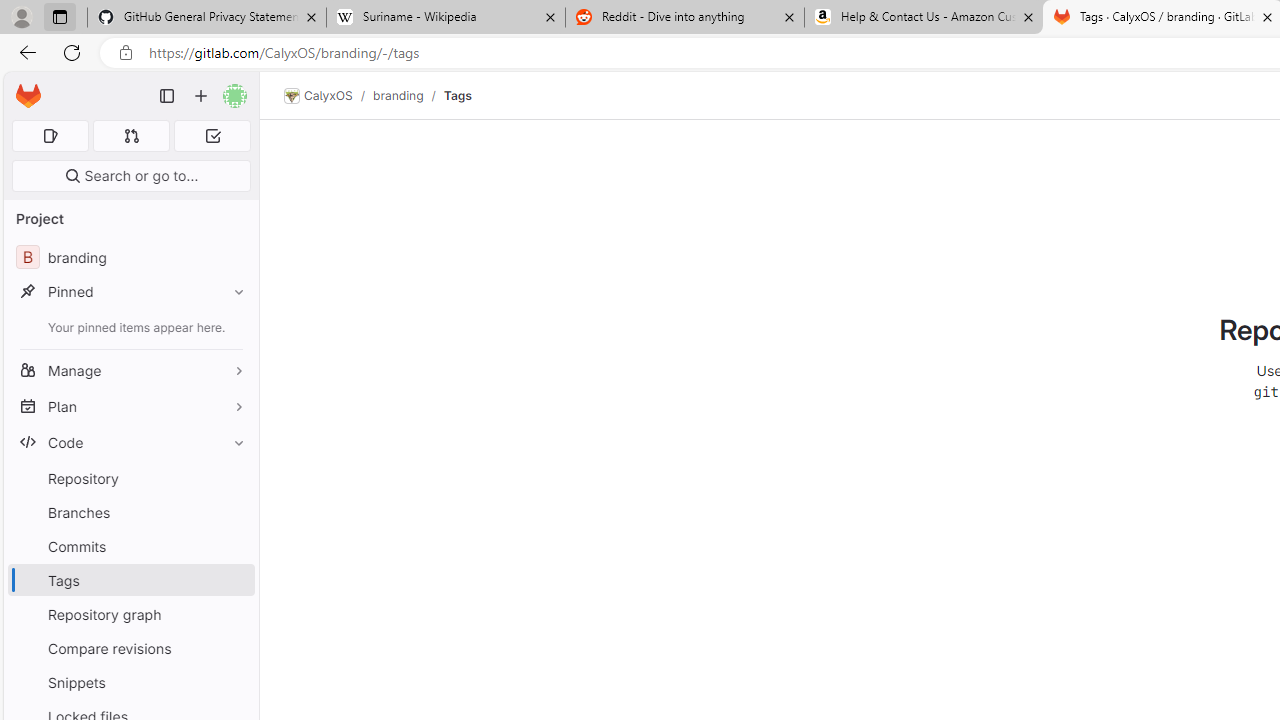 The height and width of the screenshot is (720, 1280). I want to click on 'Snippets', so click(130, 681).